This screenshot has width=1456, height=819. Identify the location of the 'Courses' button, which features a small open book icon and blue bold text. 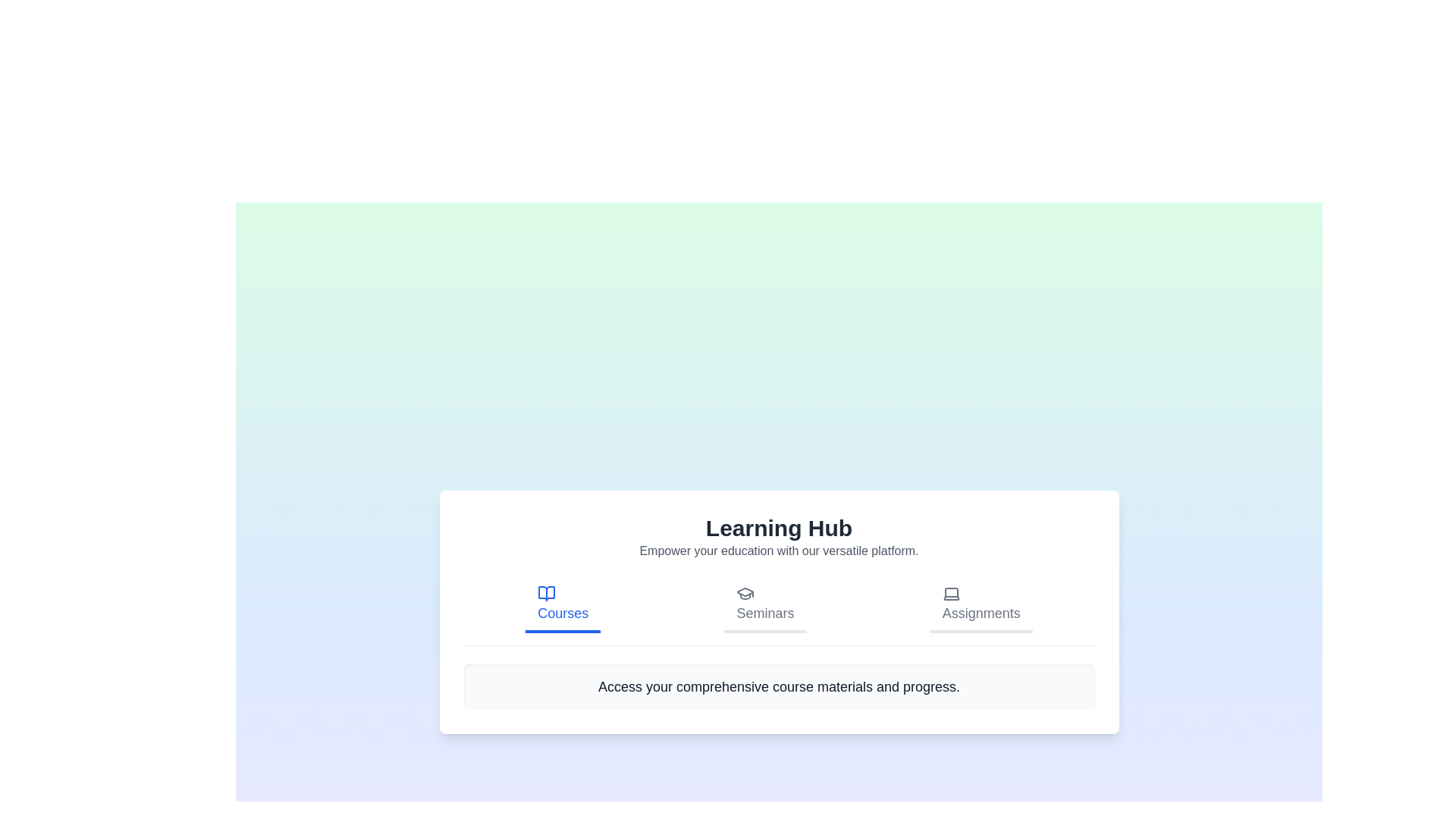
(562, 604).